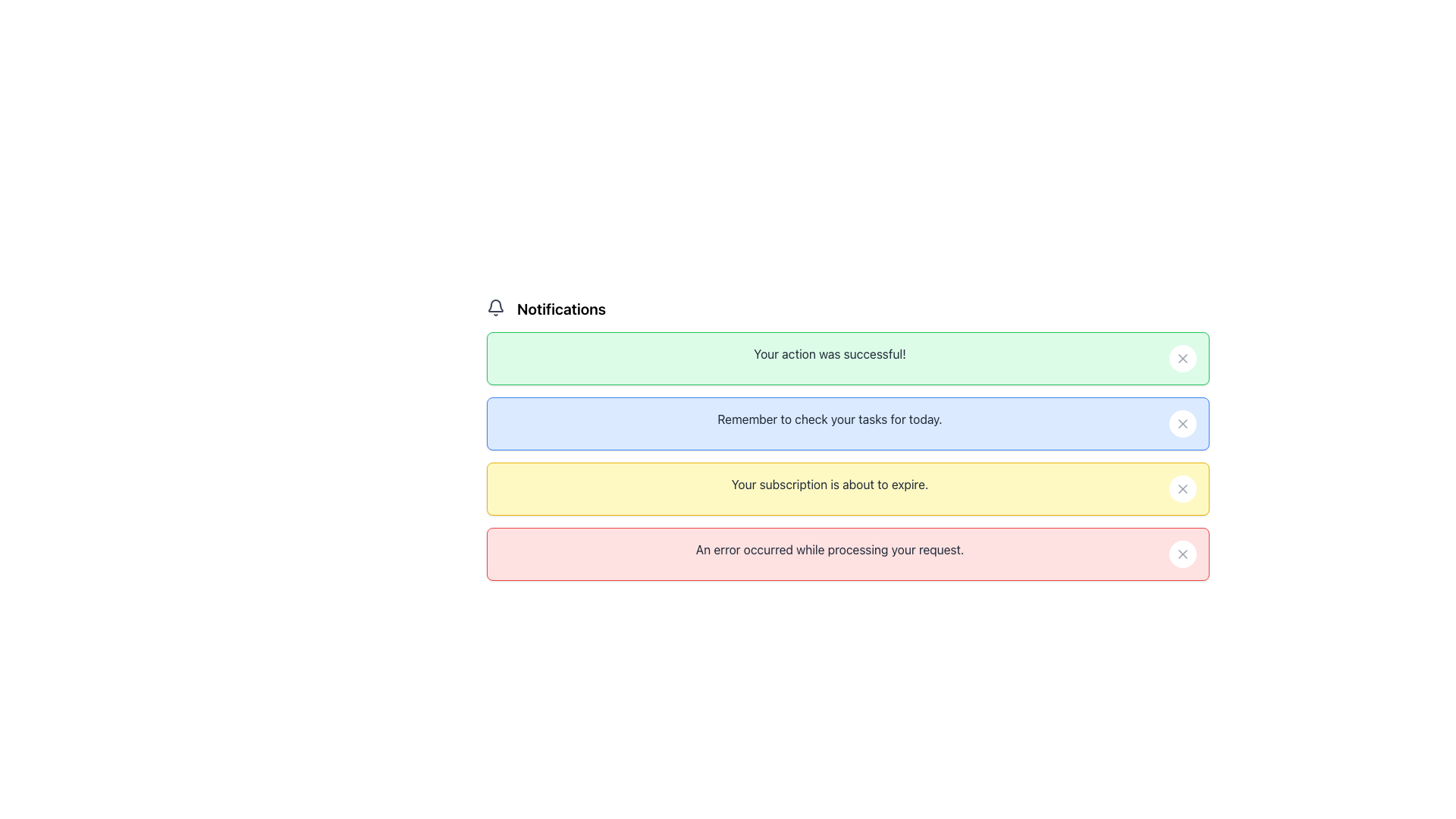  What do you see at coordinates (829, 419) in the screenshot?
I see `informational text content located centrally within the second notification block from the top` at bounding box center [829, 419].